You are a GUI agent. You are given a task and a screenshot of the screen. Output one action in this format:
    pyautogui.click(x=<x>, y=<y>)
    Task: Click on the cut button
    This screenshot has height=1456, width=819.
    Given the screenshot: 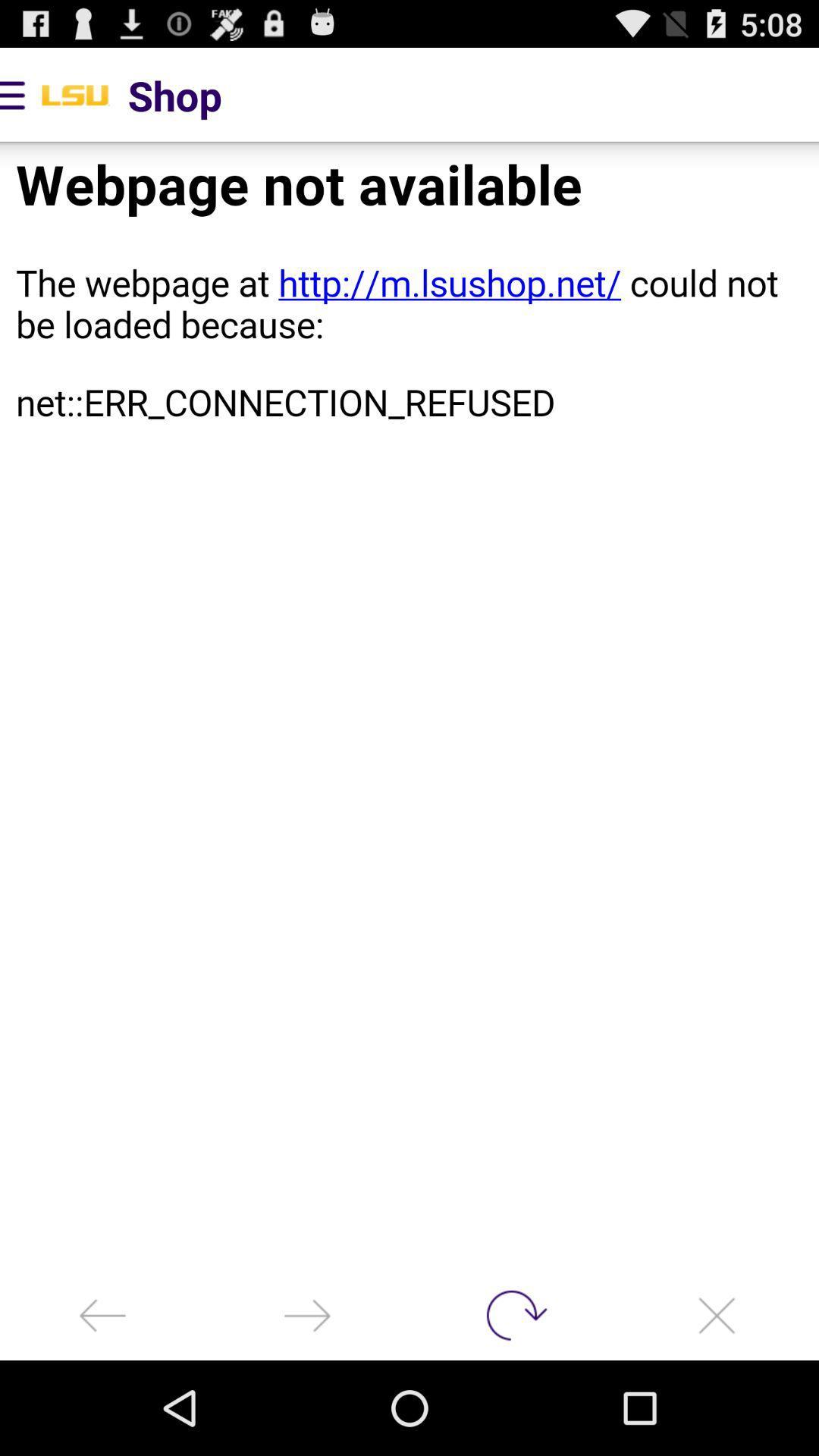 What is the action you would take?
    pyautogui.click(x=717, y=1314)
    